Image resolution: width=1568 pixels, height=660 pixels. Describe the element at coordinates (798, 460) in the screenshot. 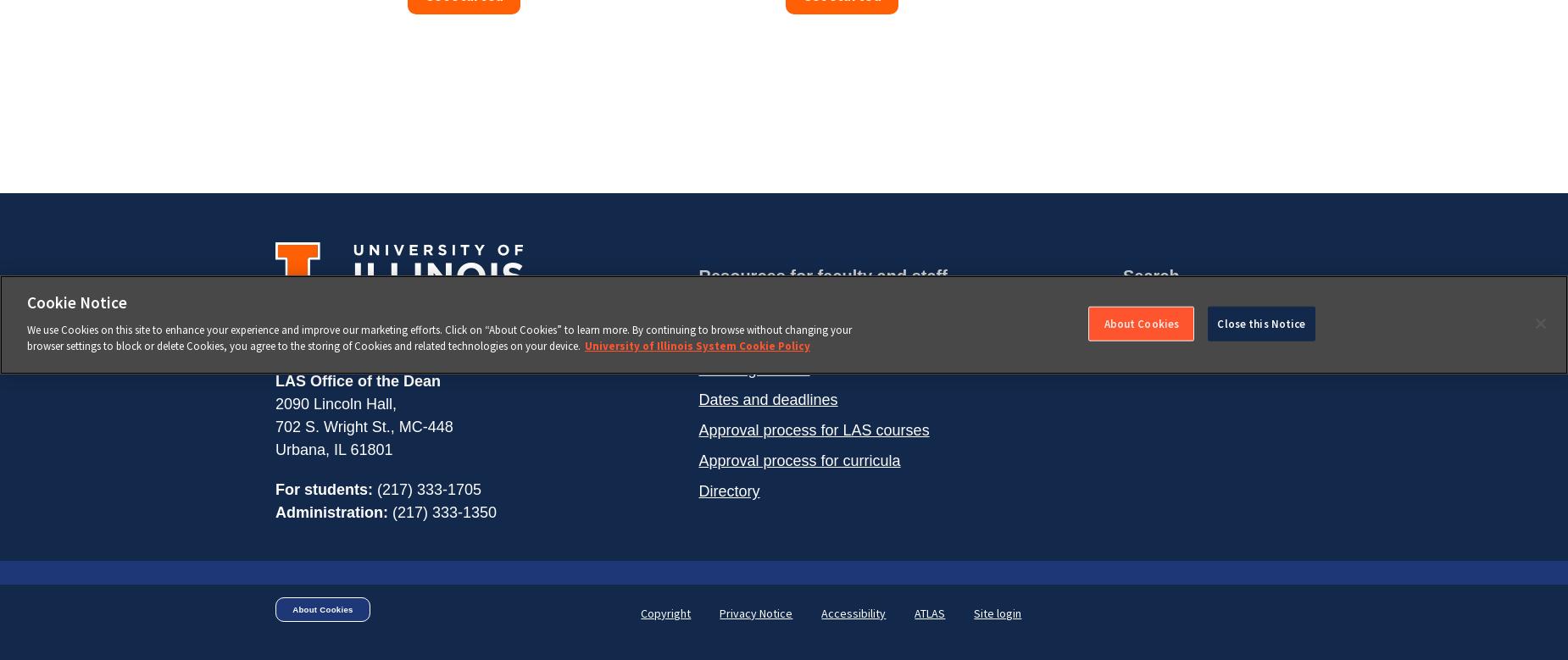

I see `'Approval process for curricula'` at that location.